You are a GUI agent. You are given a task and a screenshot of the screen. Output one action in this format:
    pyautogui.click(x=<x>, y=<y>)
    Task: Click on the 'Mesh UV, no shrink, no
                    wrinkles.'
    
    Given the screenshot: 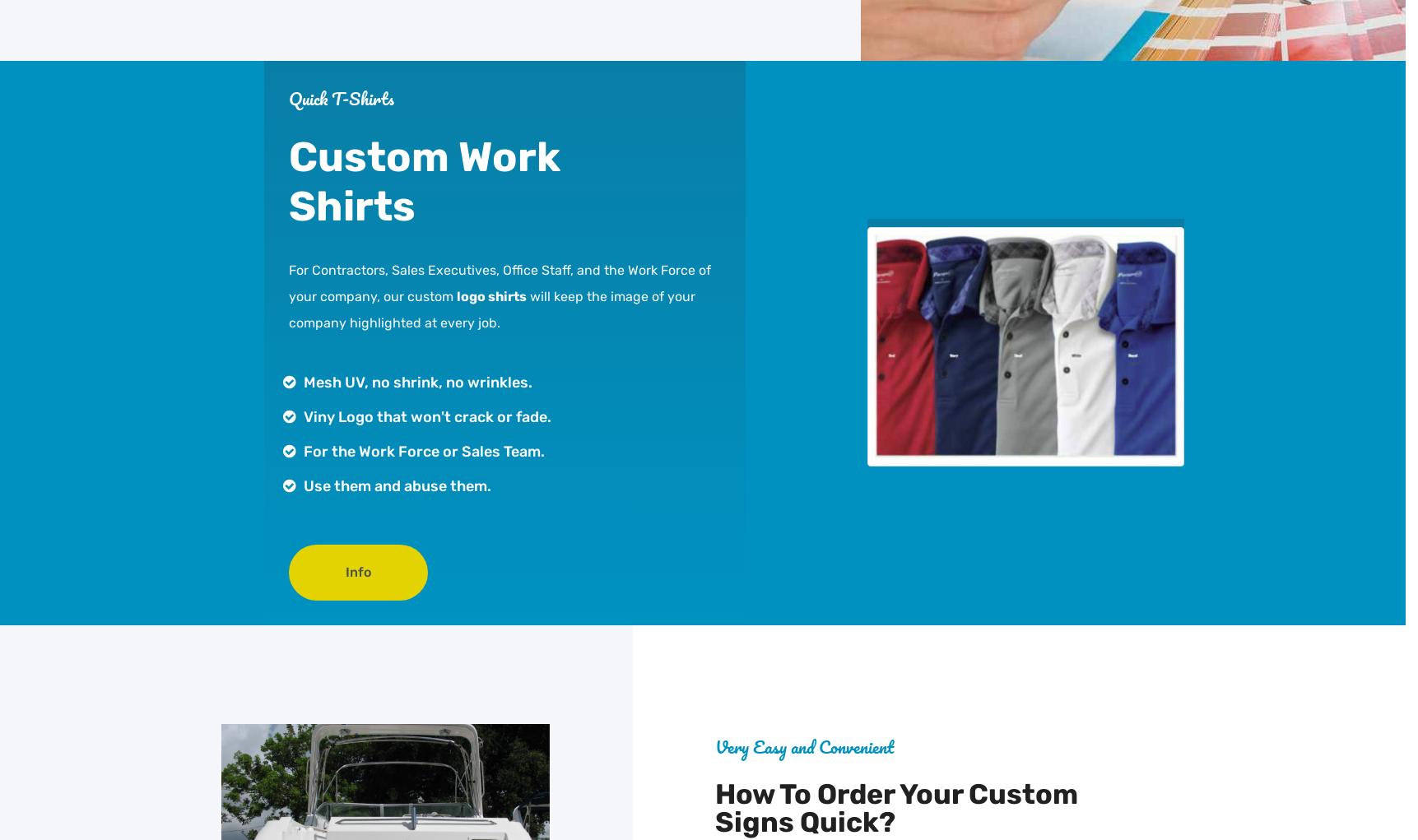 What is the action you would take?
    pyautogui.click(x=416, y=382)
    